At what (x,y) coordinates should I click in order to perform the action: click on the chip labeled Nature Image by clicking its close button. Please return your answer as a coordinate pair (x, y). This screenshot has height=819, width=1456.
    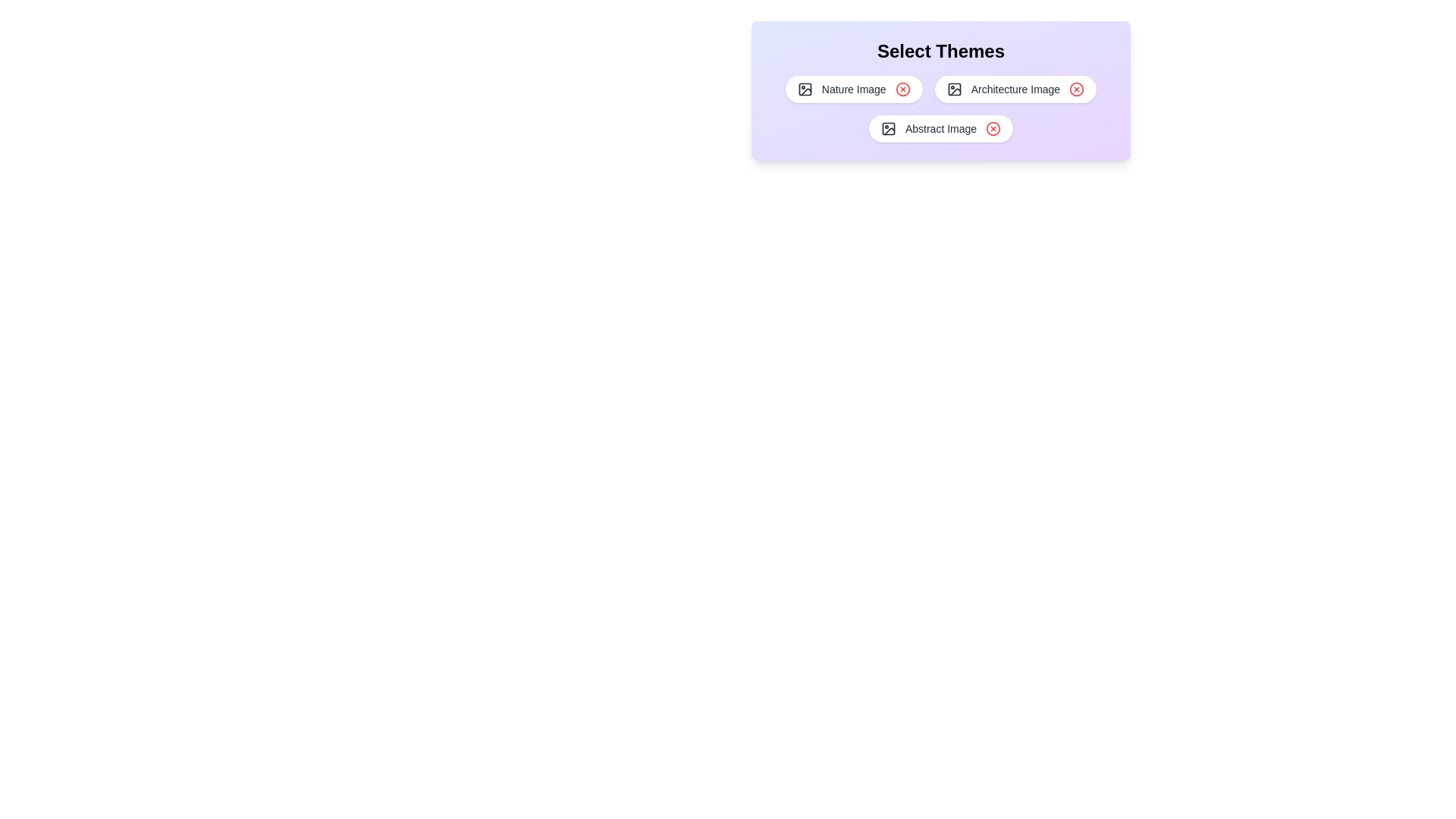
    Looking at the image, I should click on (902, 89).